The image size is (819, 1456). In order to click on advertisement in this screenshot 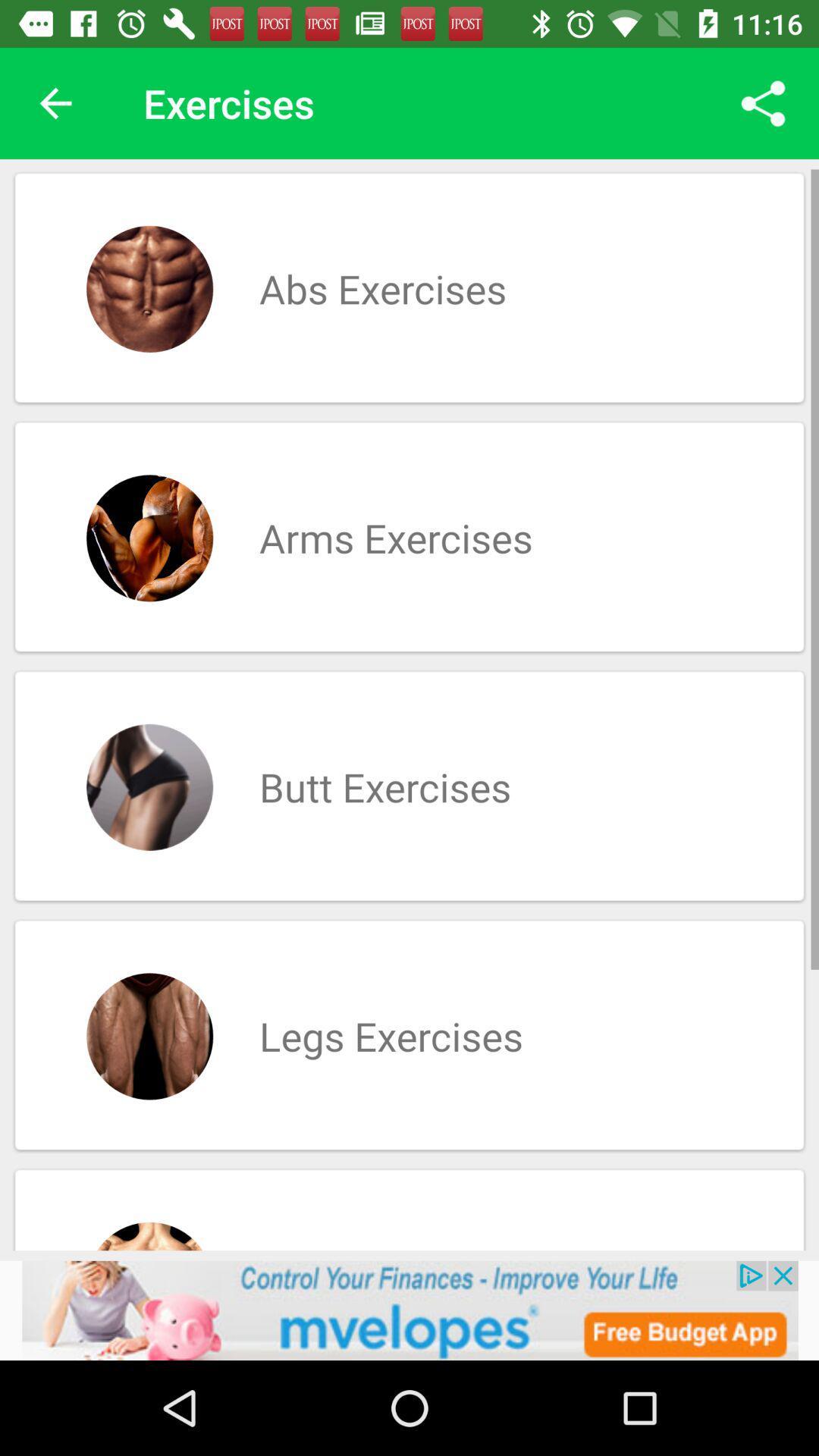, I will do `click(409, 1310)`.